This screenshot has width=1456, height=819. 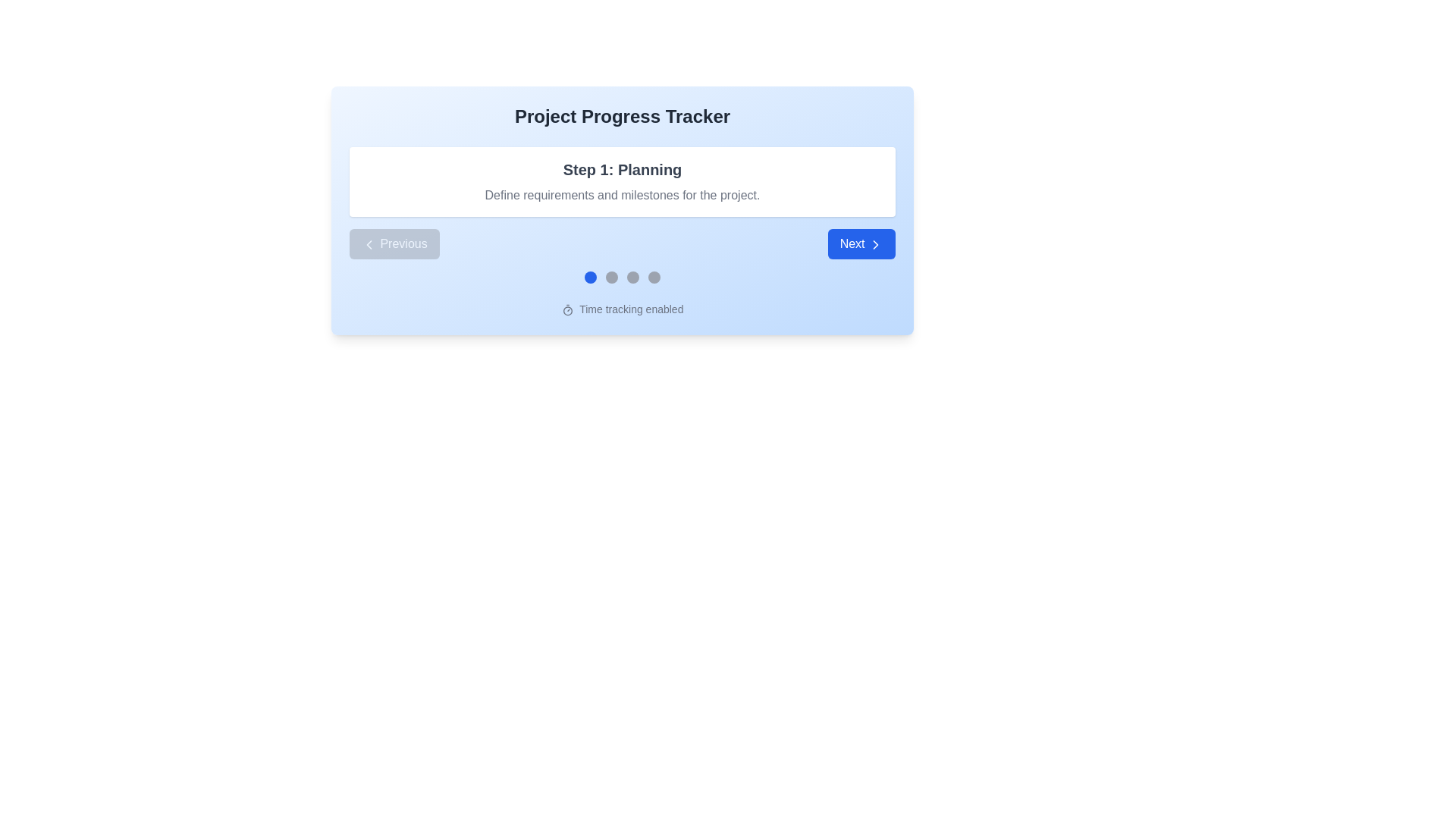 What do you see at coordinates (622, 309) in the screenshot?
I see `the static information text 'Time tracking enabled' with the preceding timer icon, located at the bottom of the 'Project Progress Tracker' card, just below the pagination indicators` at bounding box center [622, 309].